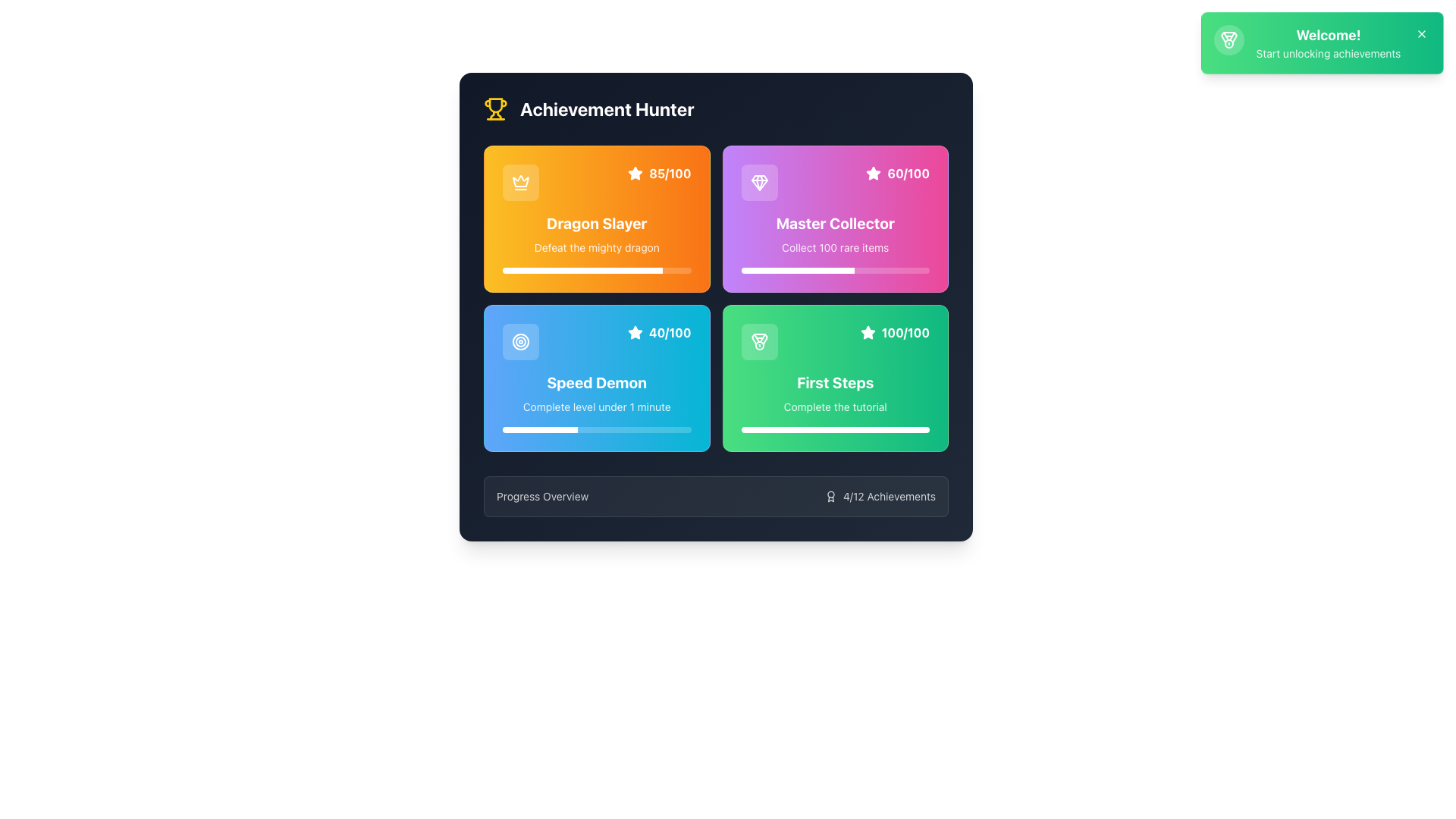 Image resolution: width=1456 pixels, height=819 pixels. Describe the element at coordinates (635, 332) in the screenshot. I see `the rating icon located on the left of the numerical text '40/100' in the lower-left card of a 2x2 grid structure` at that location.